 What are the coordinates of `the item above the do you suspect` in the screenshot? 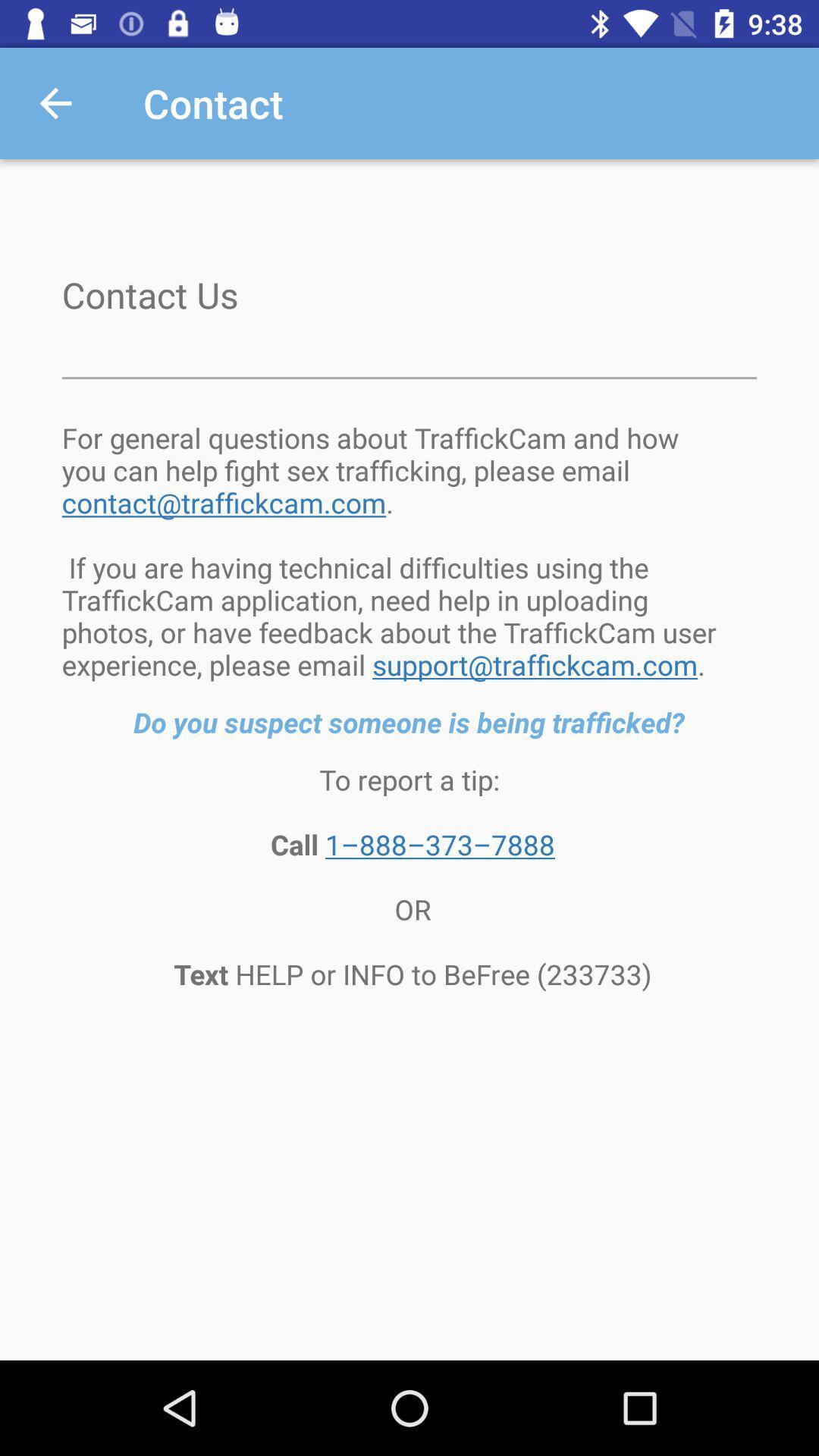 It's located at (409, 551).